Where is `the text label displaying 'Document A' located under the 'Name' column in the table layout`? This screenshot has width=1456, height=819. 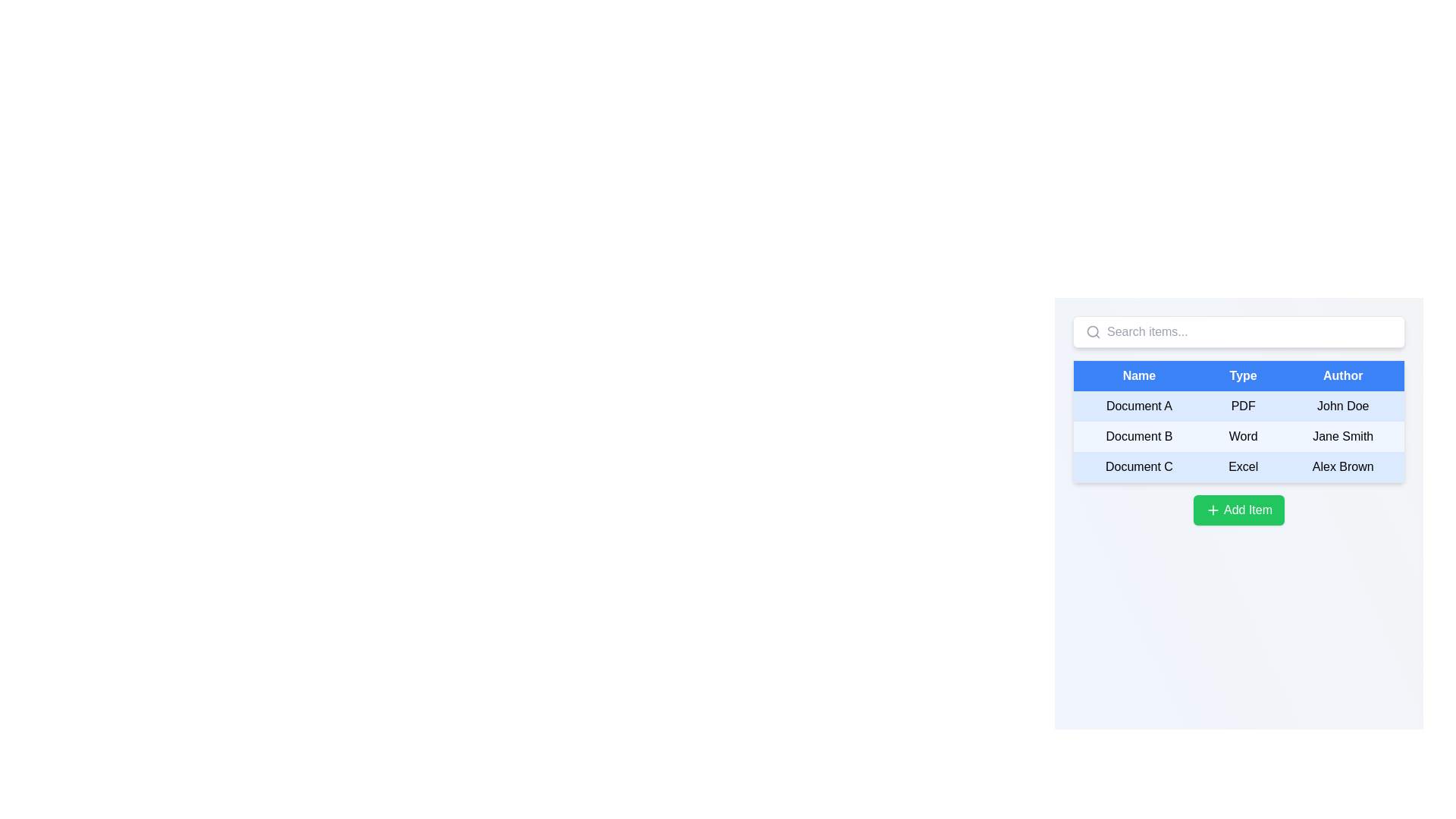 the text label displaying 'Document A' located under the 'Name' column in the table layout is located at coordinates (1139, 406).